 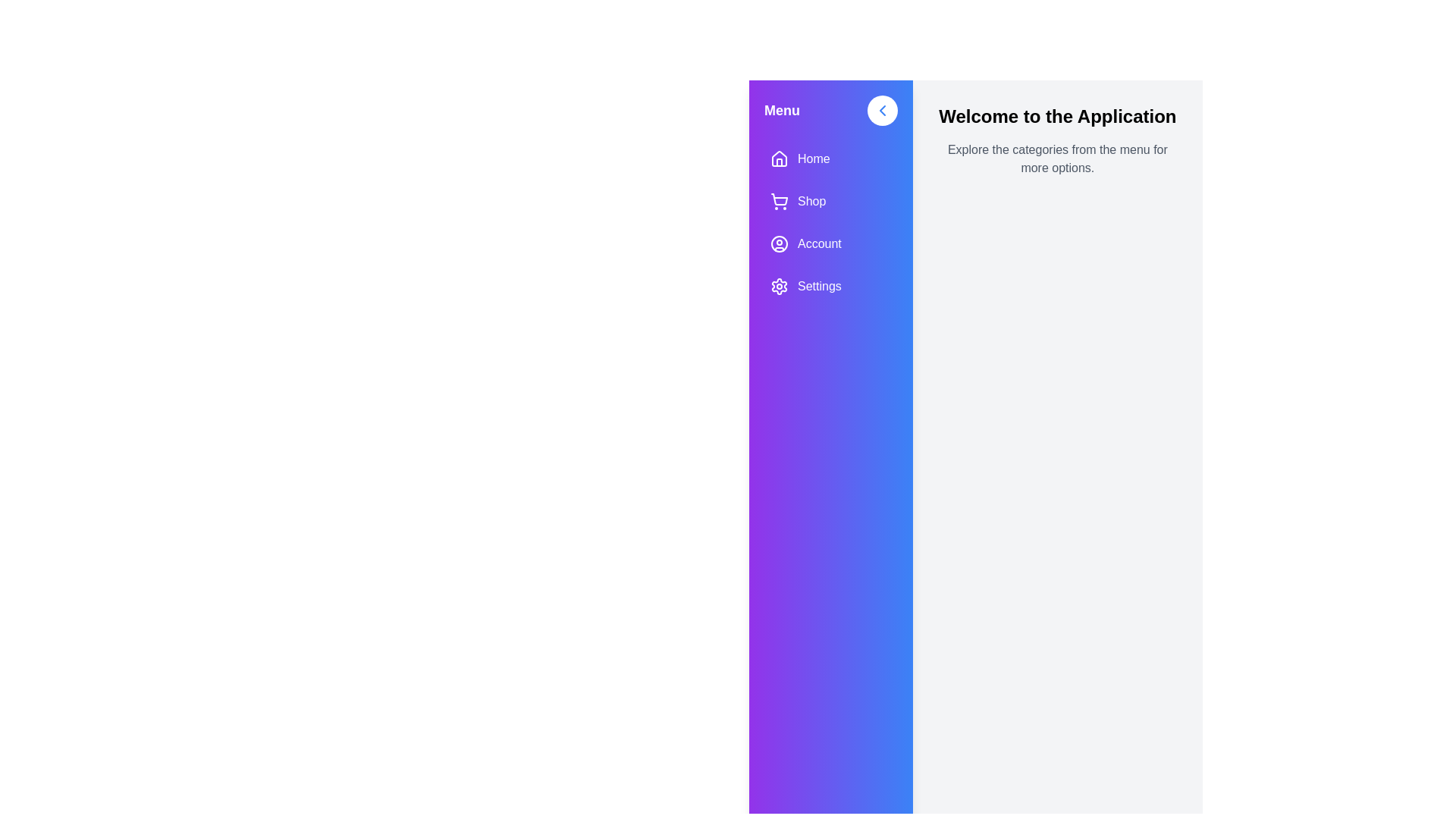 I want to click on the circular user figure icon within the 'Account' menu option on the left-side navigation bar, which is styled with a white color against a vibrant gradient background of purple and blue hues, so click(x=779, y=243).